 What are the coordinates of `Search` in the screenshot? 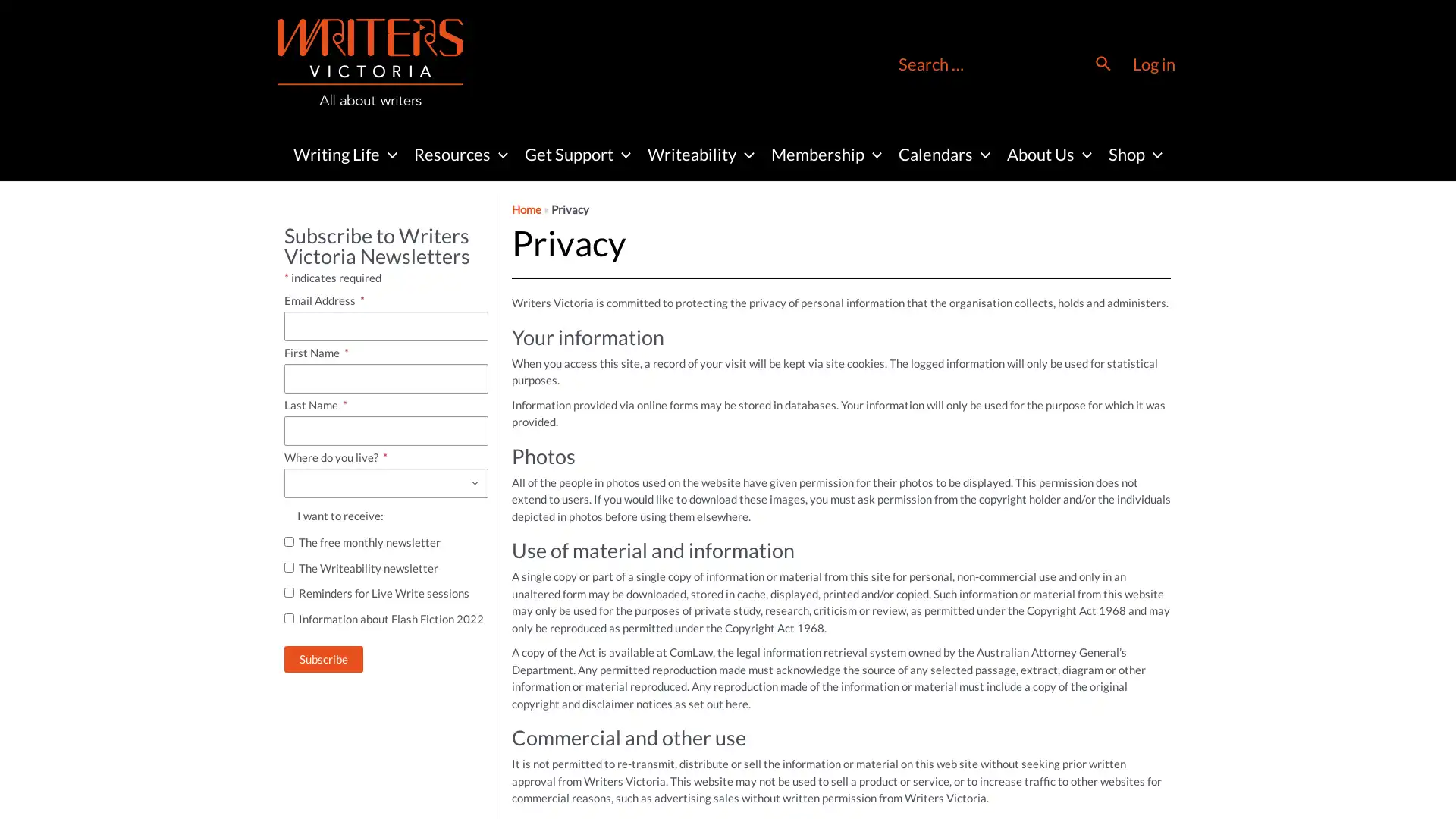 It's located at (1103, 63).